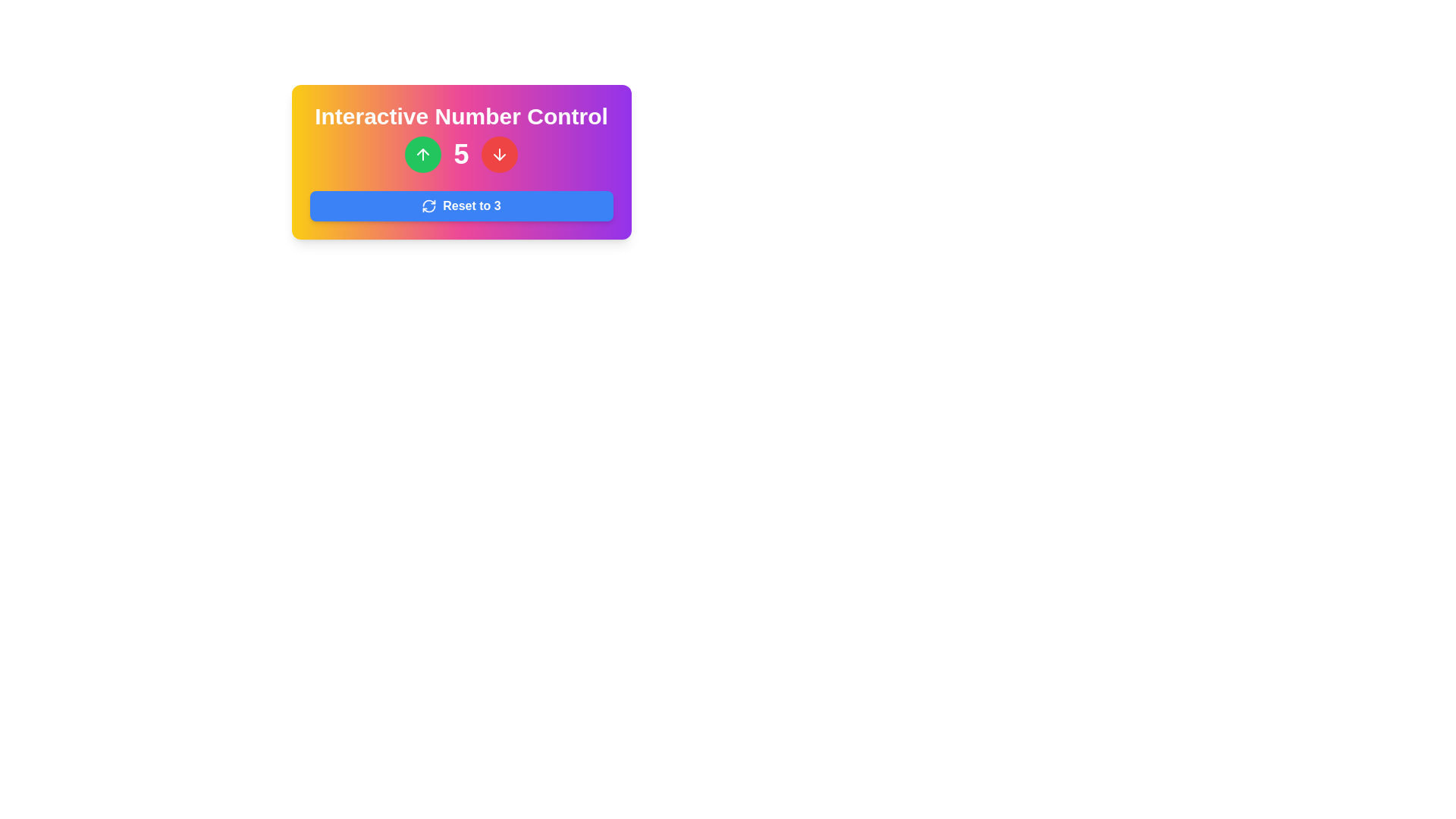  What do you see at coordinates (460, 116) in the screenshot?
I see `the title text of the interactive number control system located at the topmost section of the card with a gradient background transitioning from yellow to purple` at bounding box center [460, 116].